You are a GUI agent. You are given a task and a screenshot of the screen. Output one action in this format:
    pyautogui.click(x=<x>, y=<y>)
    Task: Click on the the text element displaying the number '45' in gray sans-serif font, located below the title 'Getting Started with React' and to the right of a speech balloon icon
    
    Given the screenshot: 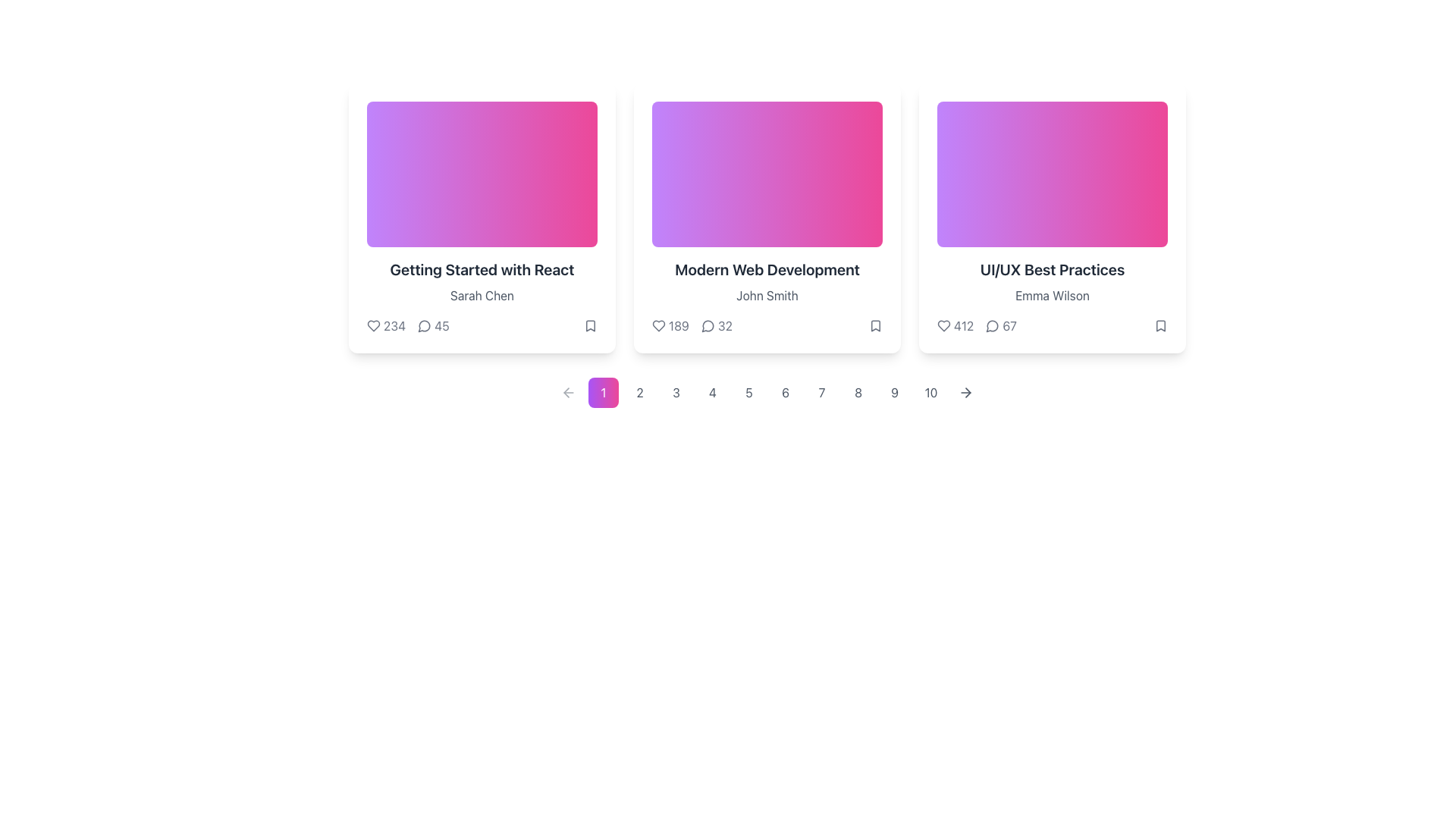 What is the action you would take?
    pyautogui.click(x=441, y=325)
    